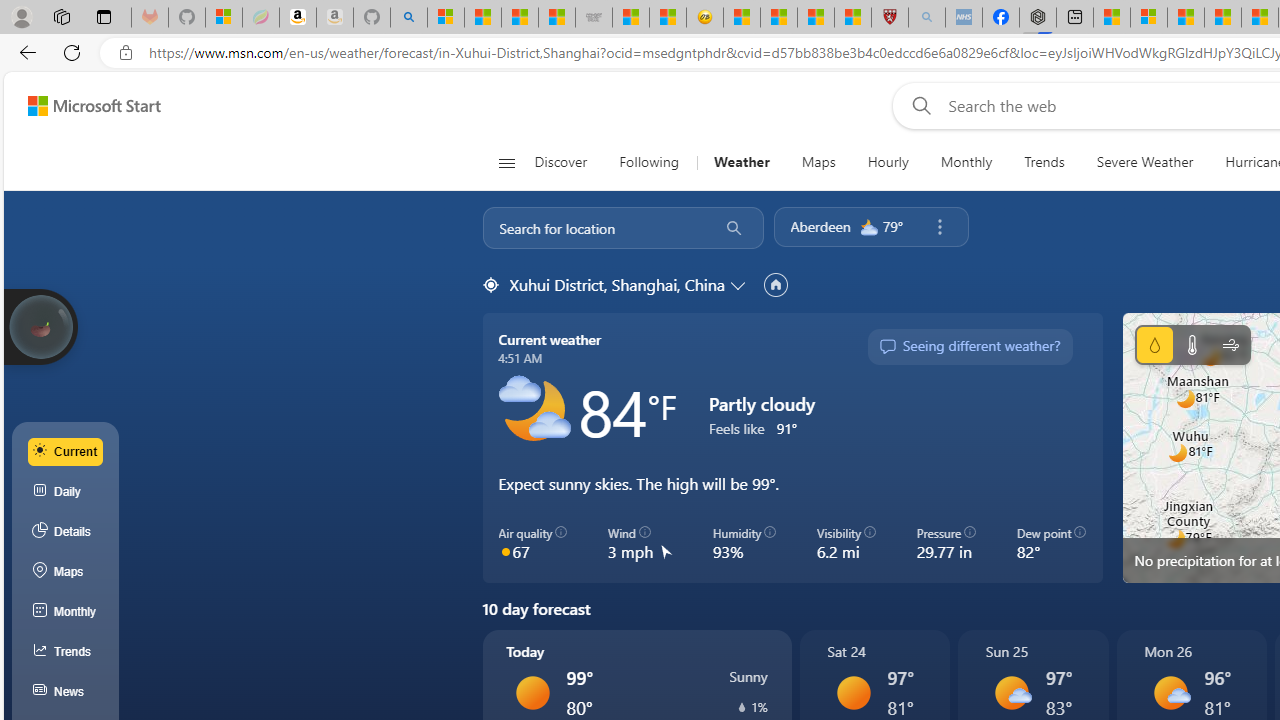 The height and width of the screenshot is (720, 1280). What do you see at coordinates (1038, 17) in the screenshot?
I see `'Nordace - Nordace Siena Is Not An Ordinary Backpack'` at bounding box center [1038, 17].